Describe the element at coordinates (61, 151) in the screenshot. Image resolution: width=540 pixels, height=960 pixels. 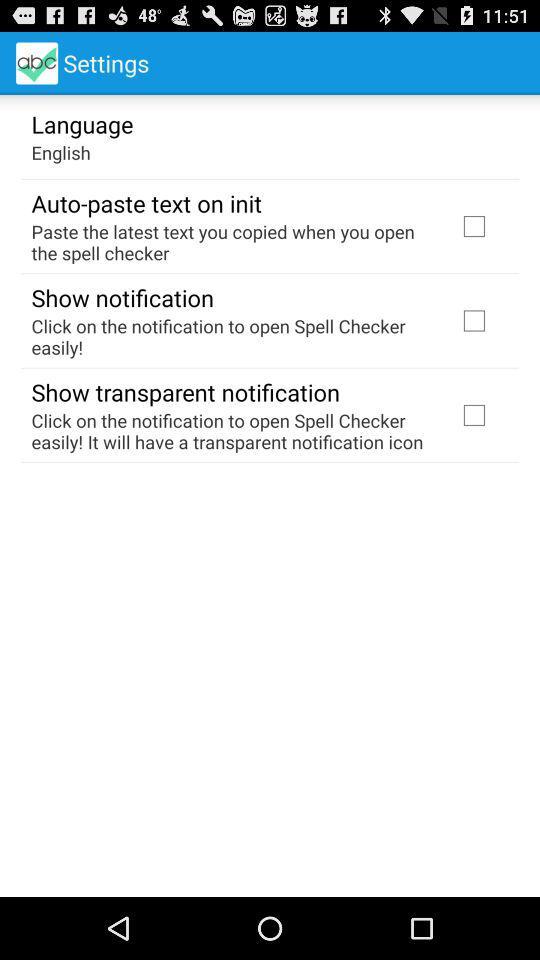
I see `item below the language app` at that location.